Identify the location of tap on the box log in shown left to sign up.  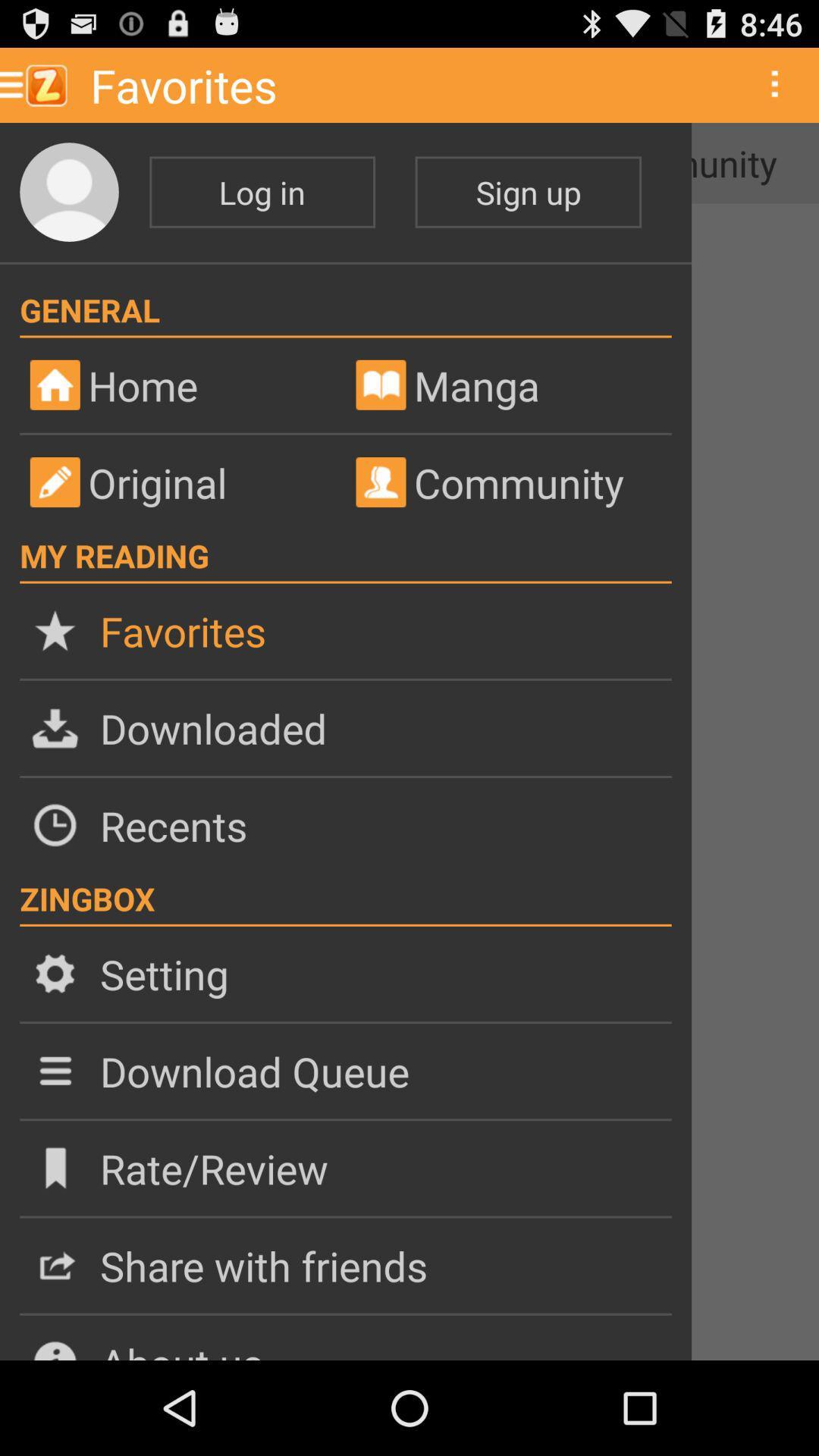
(262, 191).